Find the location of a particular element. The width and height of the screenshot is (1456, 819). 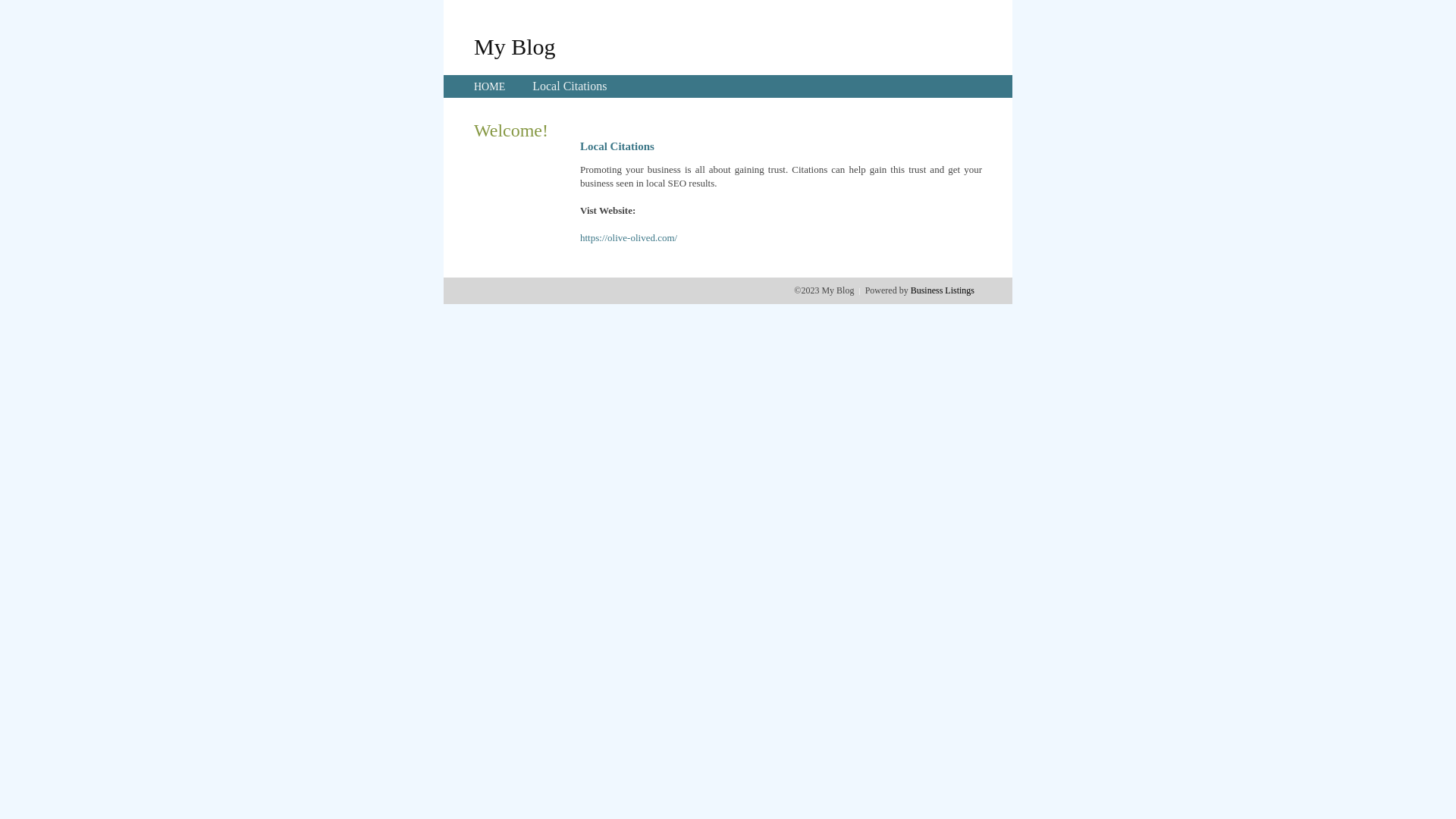

'Local Citations' is located at coordinates (568, 86).